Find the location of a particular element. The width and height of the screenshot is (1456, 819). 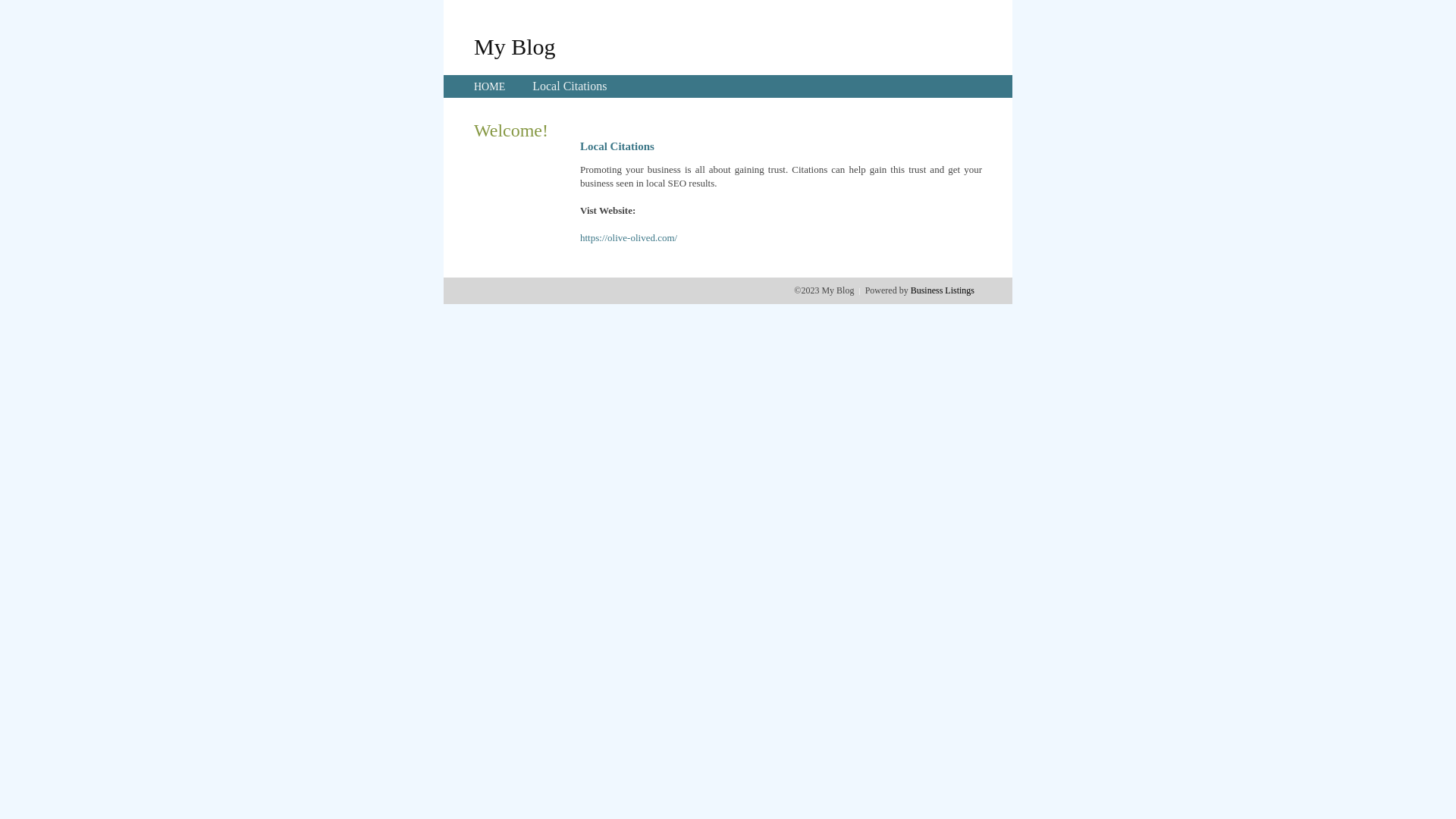

'Local Citations' is located at coordinates (568, 86).